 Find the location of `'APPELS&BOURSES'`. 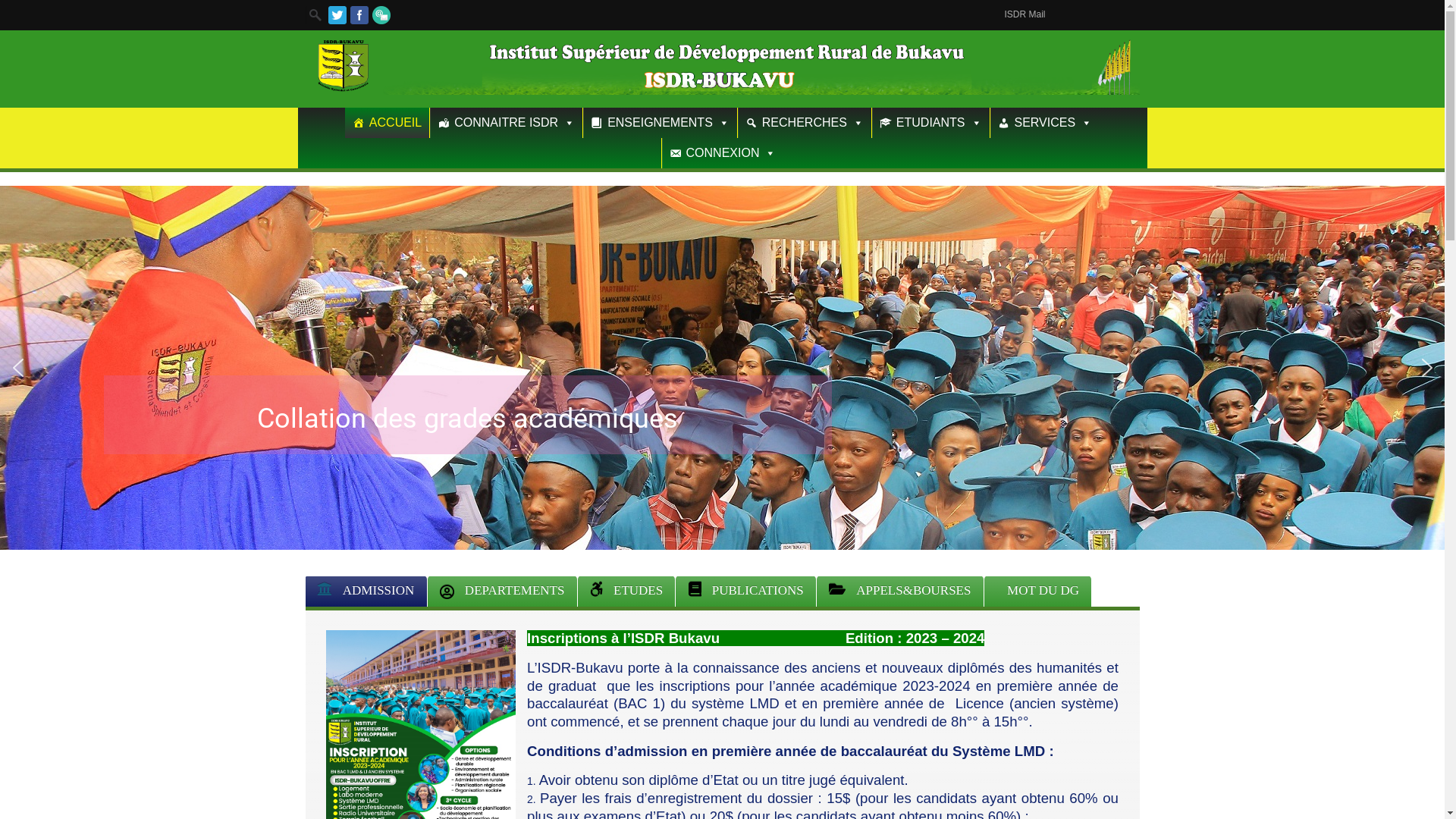

'APPELS&BOURSES' is located at coordinates (899, 590).